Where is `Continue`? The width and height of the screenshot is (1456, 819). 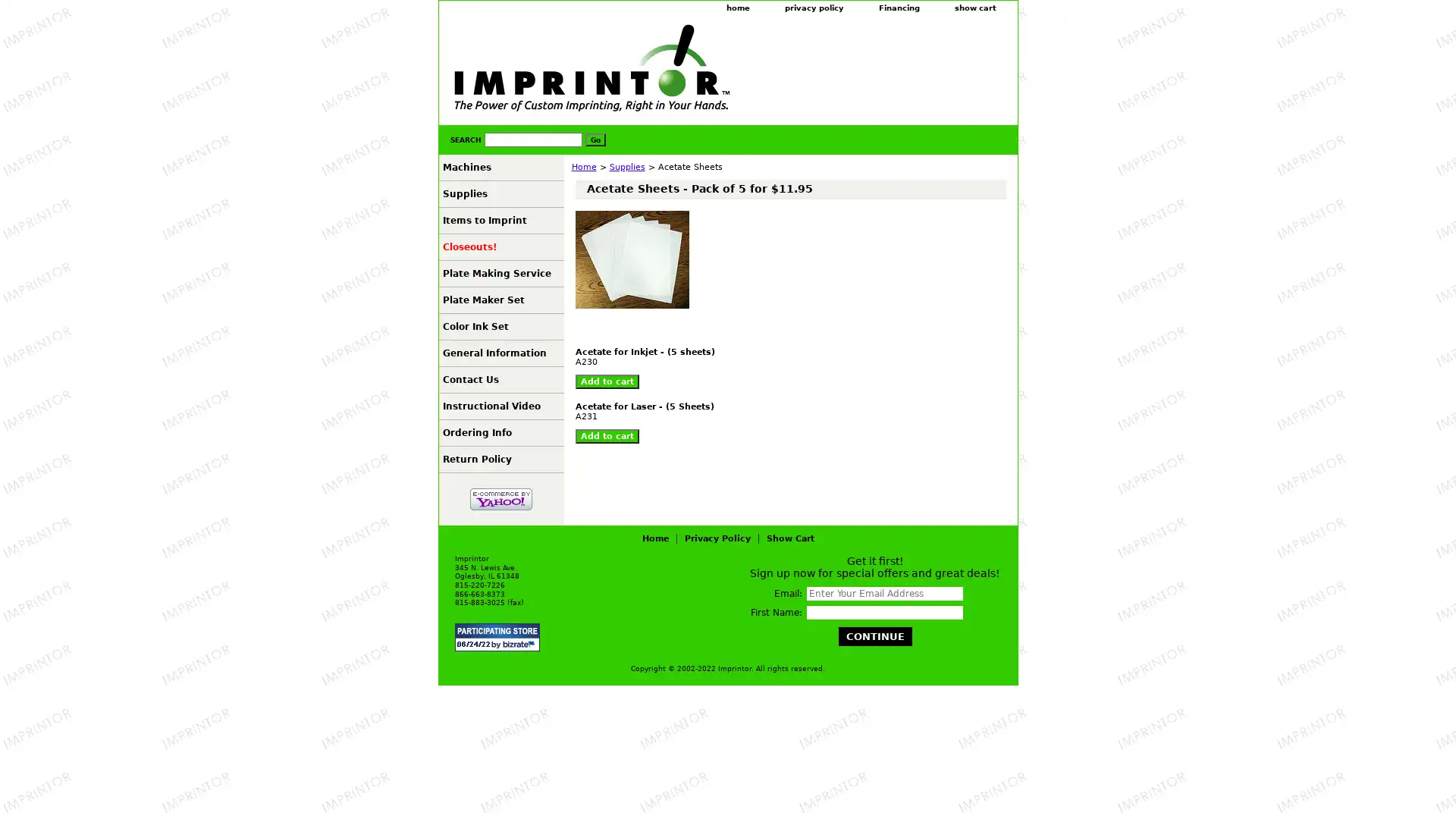
Continue is located at coordinates (874, 636).